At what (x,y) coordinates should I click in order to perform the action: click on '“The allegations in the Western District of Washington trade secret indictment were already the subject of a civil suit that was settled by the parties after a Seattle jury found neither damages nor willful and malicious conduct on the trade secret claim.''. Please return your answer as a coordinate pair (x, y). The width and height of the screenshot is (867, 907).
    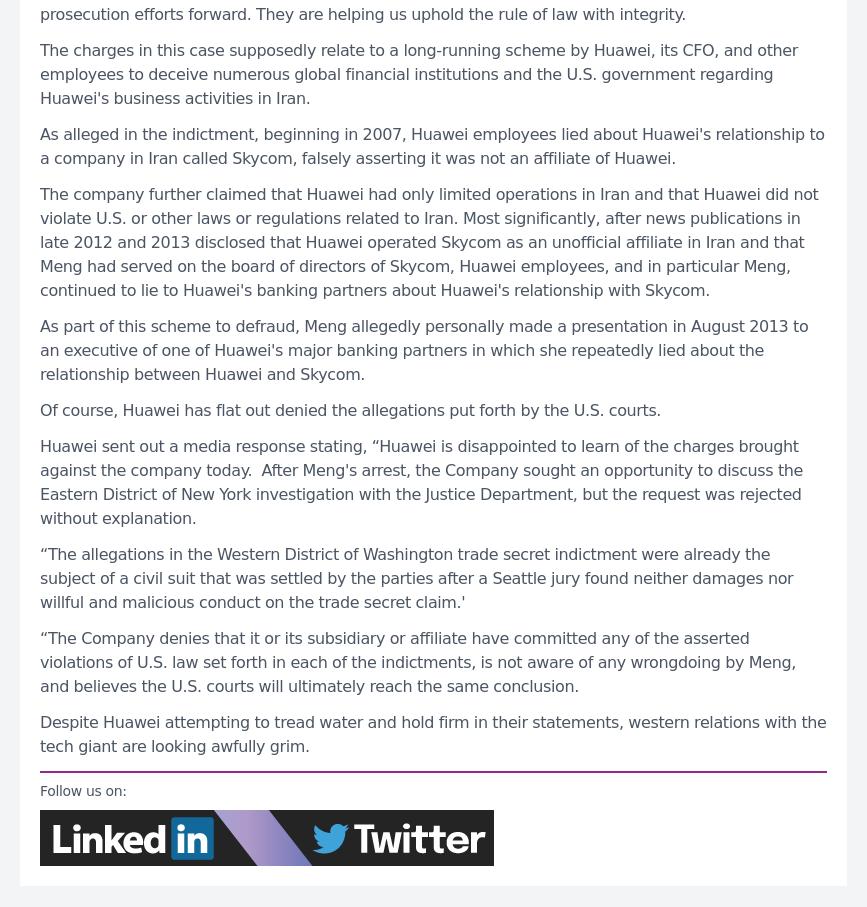
    Looking at the image, I should click on (416, 577).